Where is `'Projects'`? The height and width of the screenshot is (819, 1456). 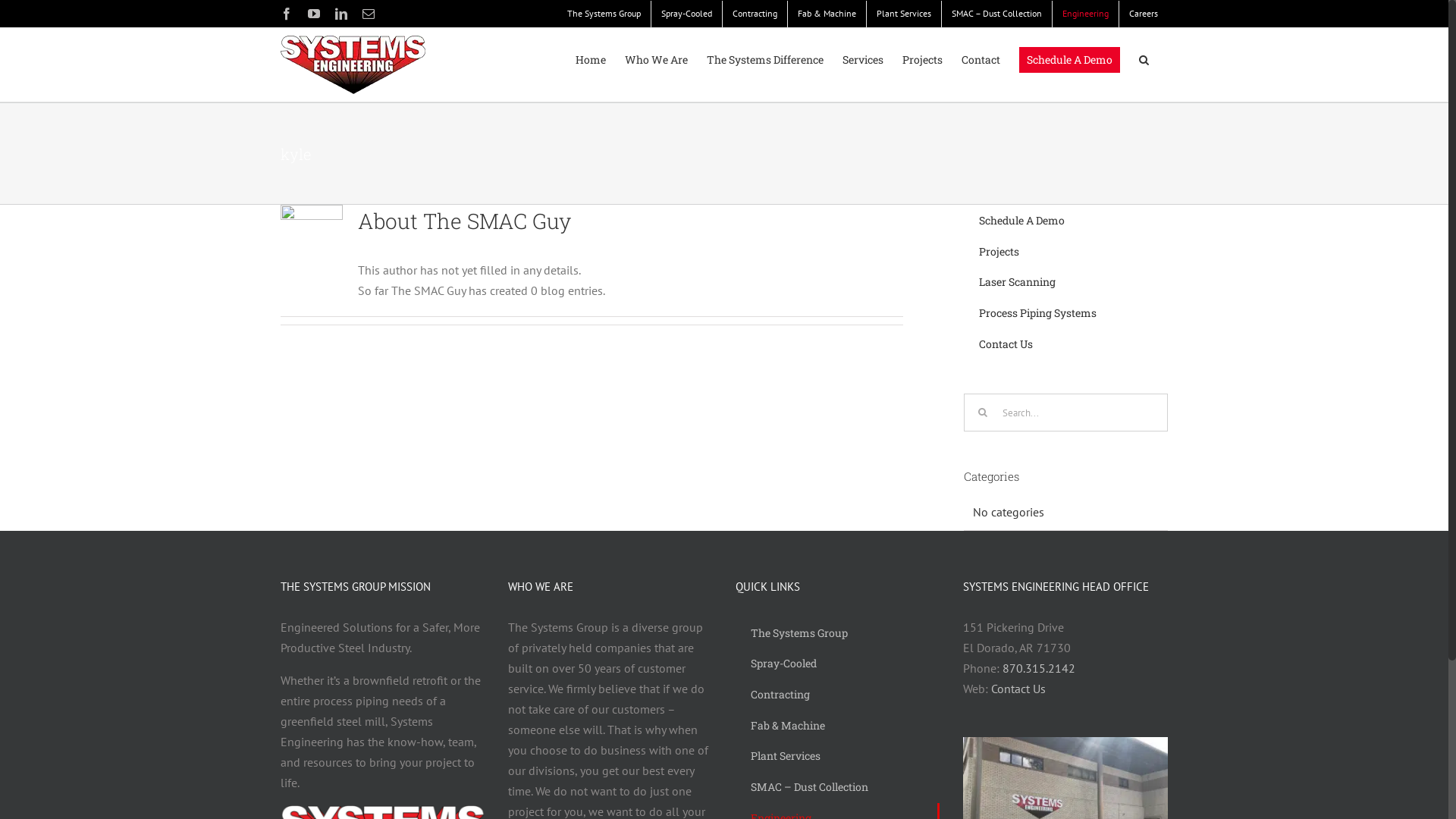
'Projects' is located at coordinates (902, 58).